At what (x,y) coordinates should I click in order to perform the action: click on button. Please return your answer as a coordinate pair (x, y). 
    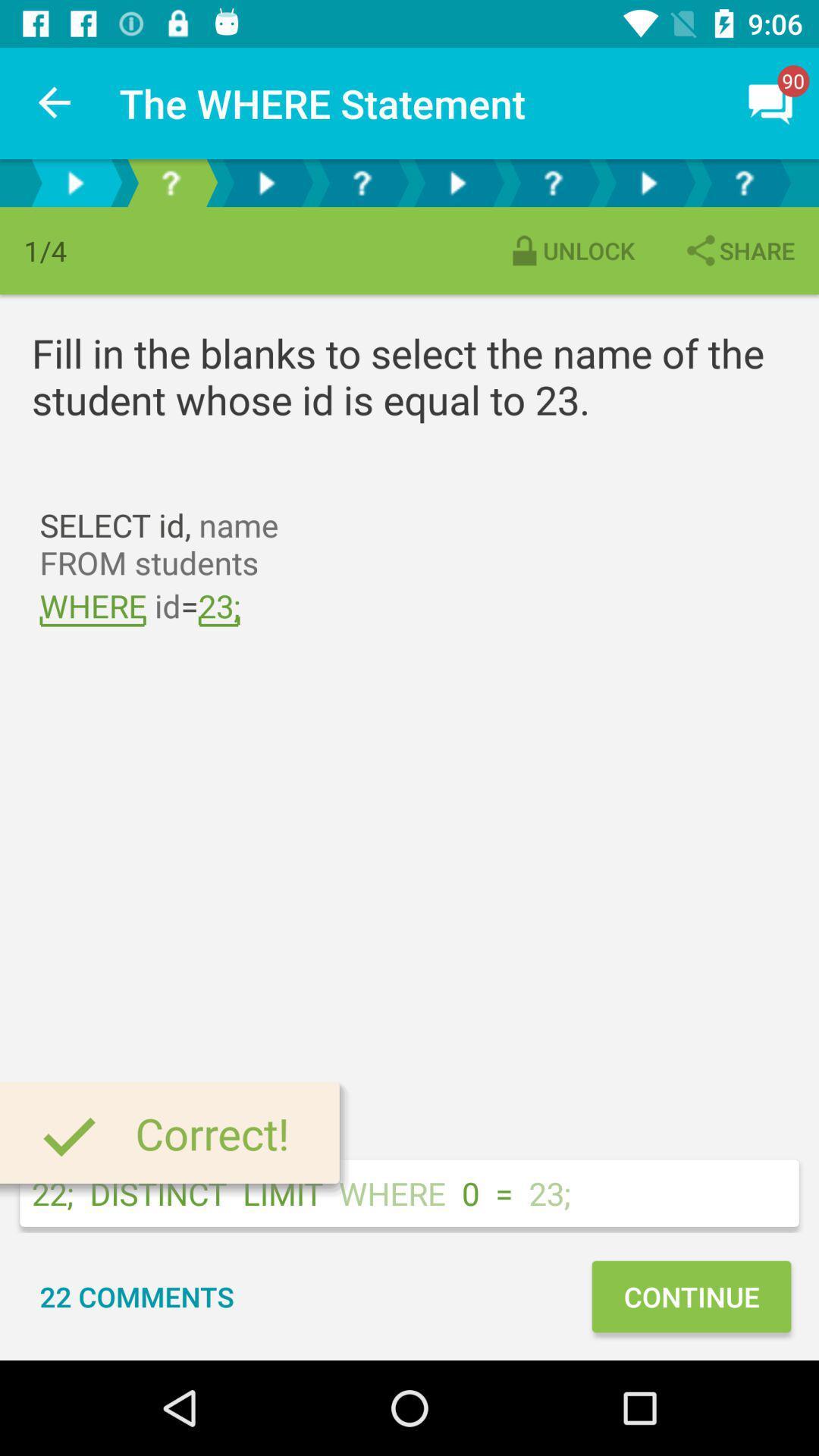
    Looking at the image, I should click on (456, 182).